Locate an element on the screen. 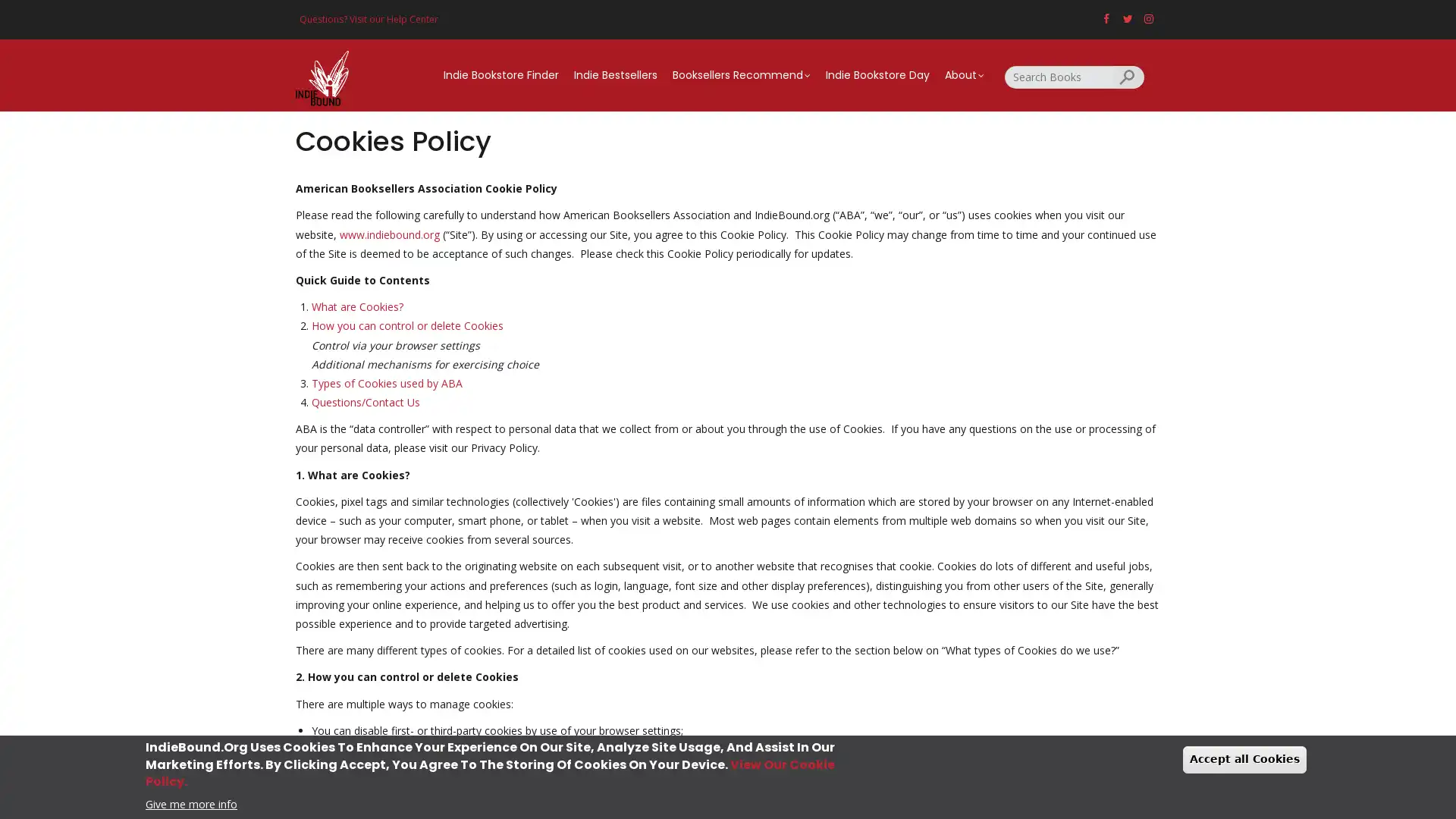 Image resolution: width=1456 pixels, height=819 pixels. Search is located at coordinates (1128, 76).